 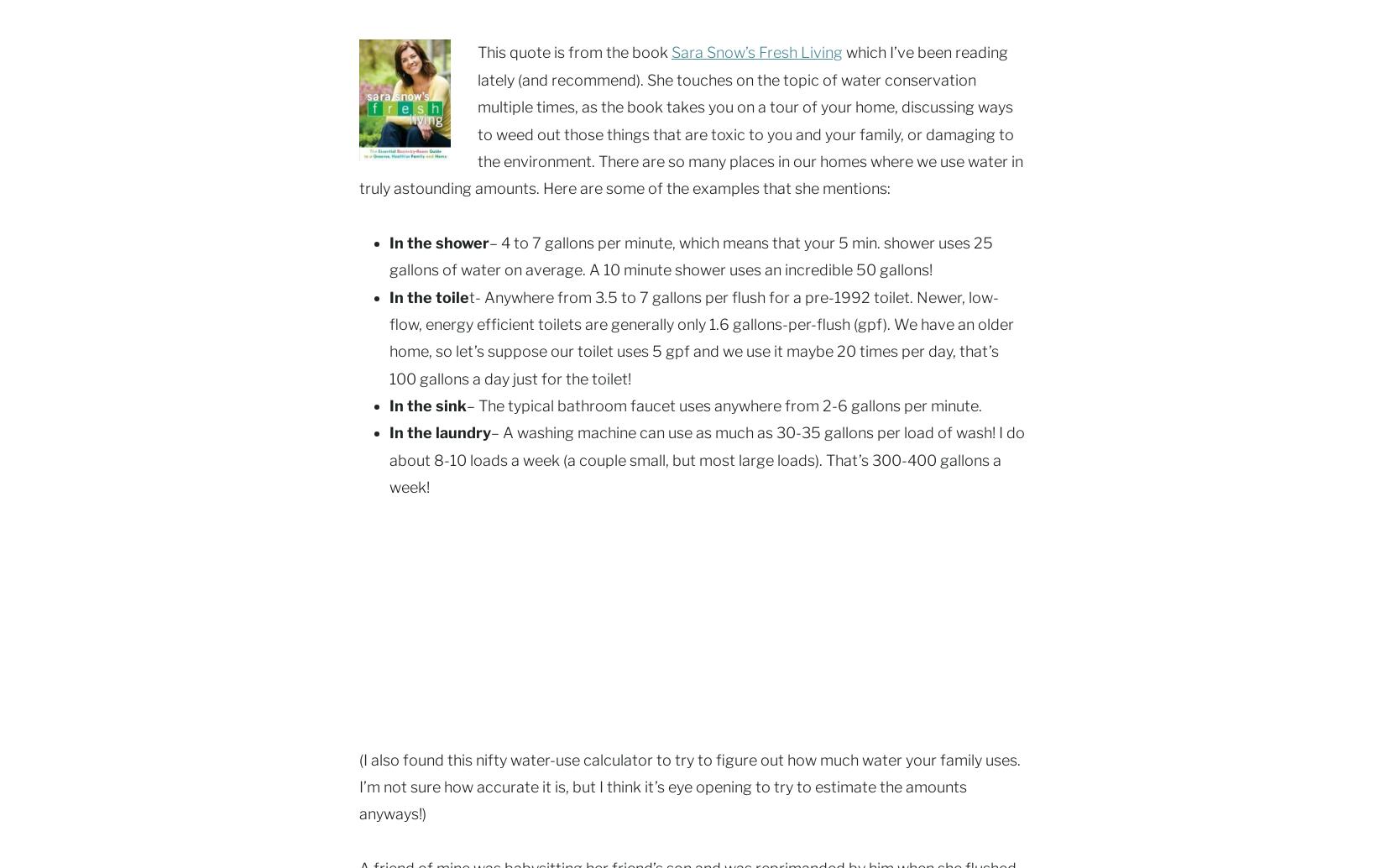 I want to click on '– 4 to 7 gallons per minute, which means that your 5 min. shower uses 25 gallons of water on average. A 10 minute shower uses an incredible 50 gallons!', so click(x=690, y=255).